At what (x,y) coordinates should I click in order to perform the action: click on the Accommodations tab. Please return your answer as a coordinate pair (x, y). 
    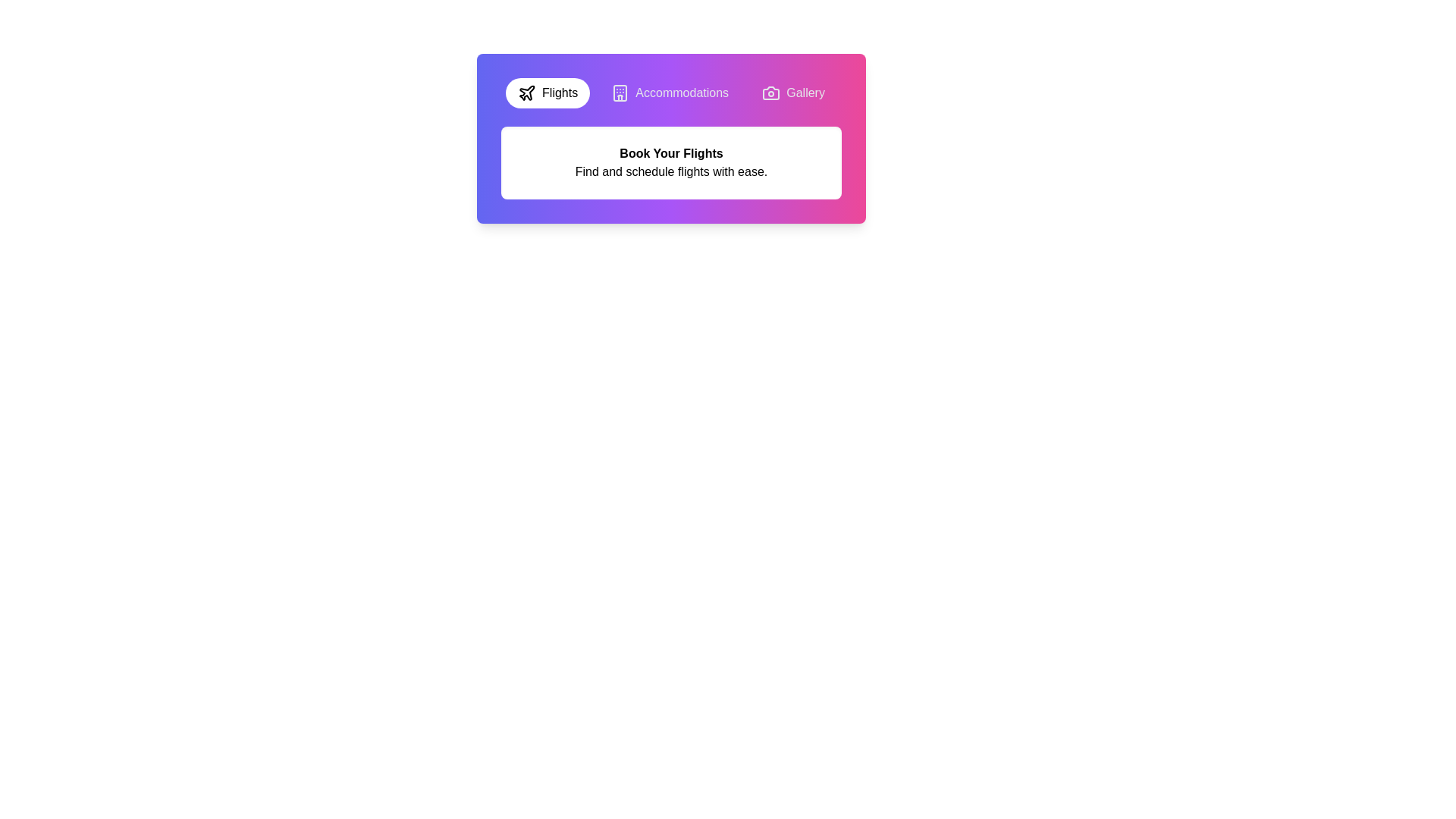
    Looking at the image, I should click on (669, 93).